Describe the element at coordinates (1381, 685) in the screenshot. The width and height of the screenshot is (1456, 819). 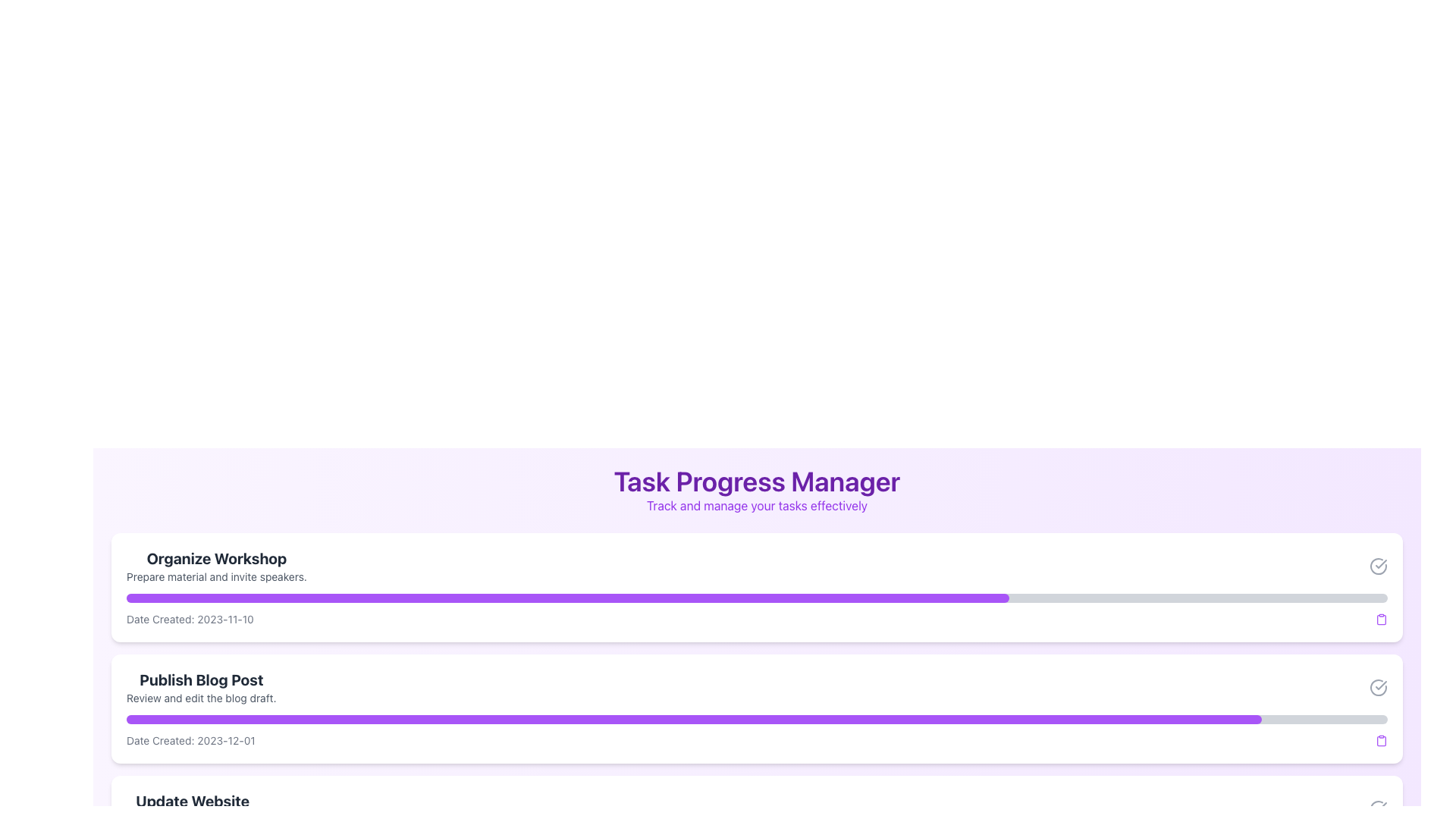
I see `the checkmark icon representing the completion status of the task in the 'Organize Workshop' section of the task management interface` at that location.